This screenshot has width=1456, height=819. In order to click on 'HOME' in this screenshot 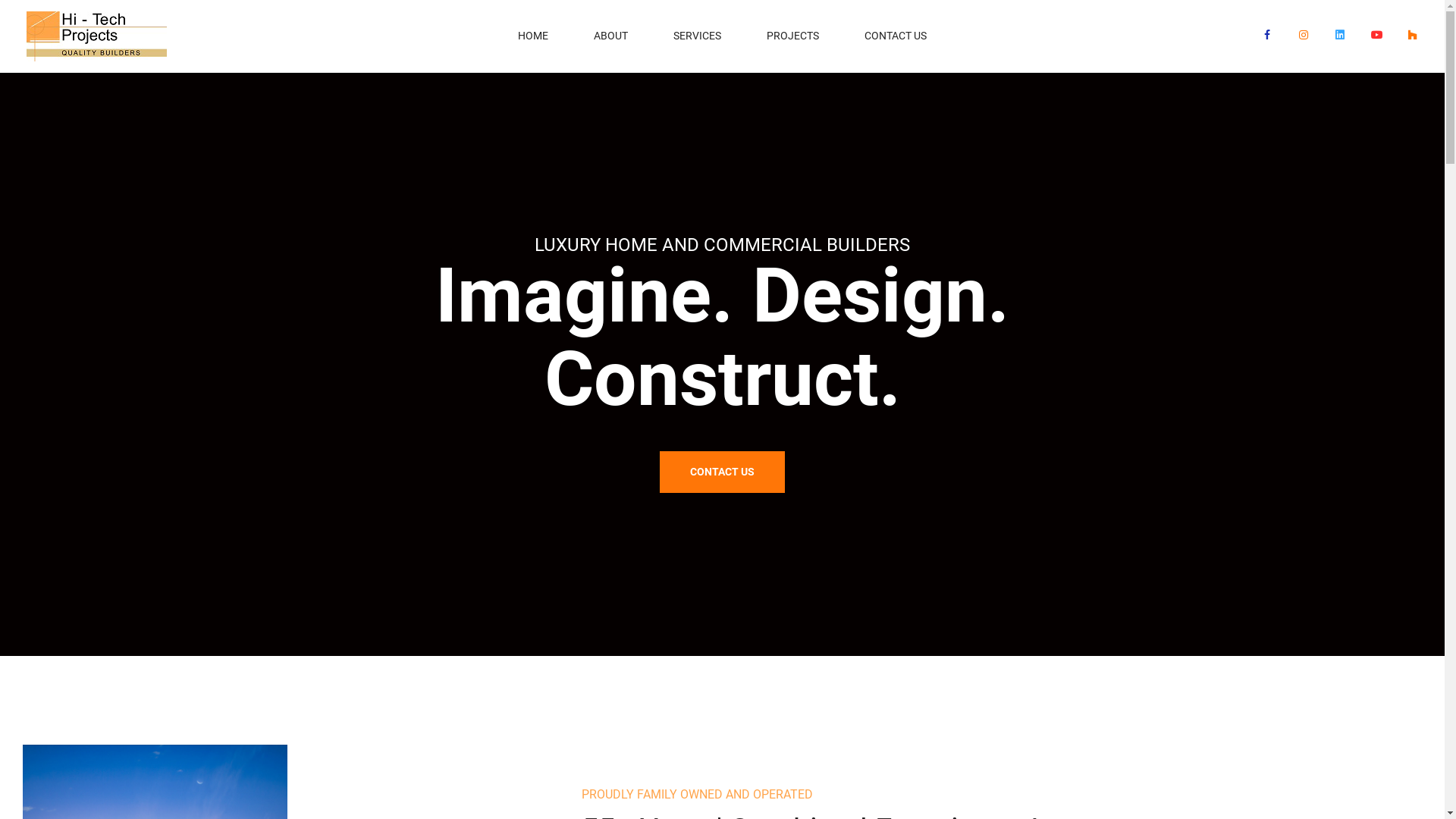, I will do `click(532, 35)`.